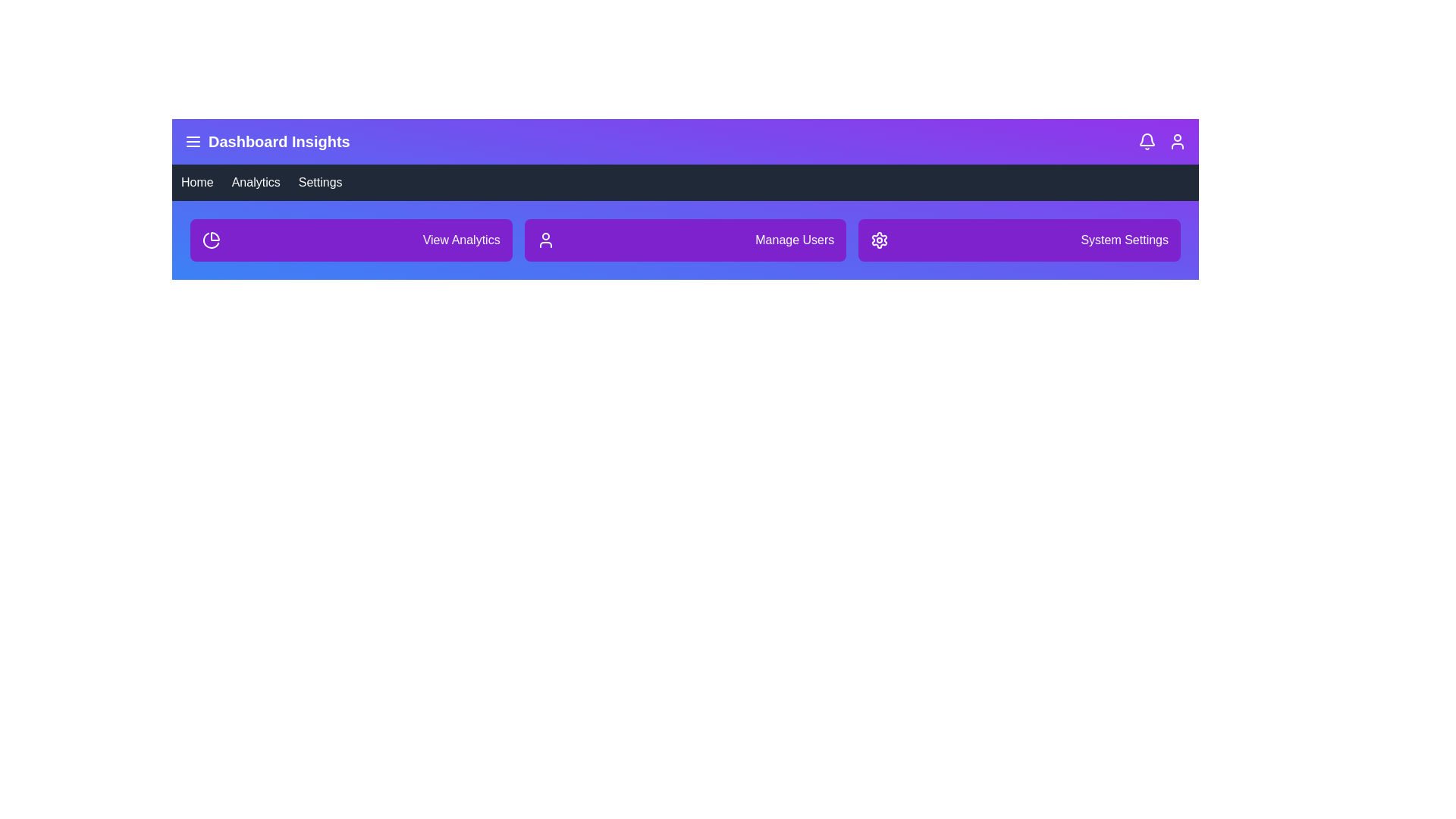 The width and height of the screenshot is (1456, 819). What do you see at coordinates (1019, 239) in the screenshot?
I see `the System Settings button in the dashboard` at bounding box center [1019, 239].